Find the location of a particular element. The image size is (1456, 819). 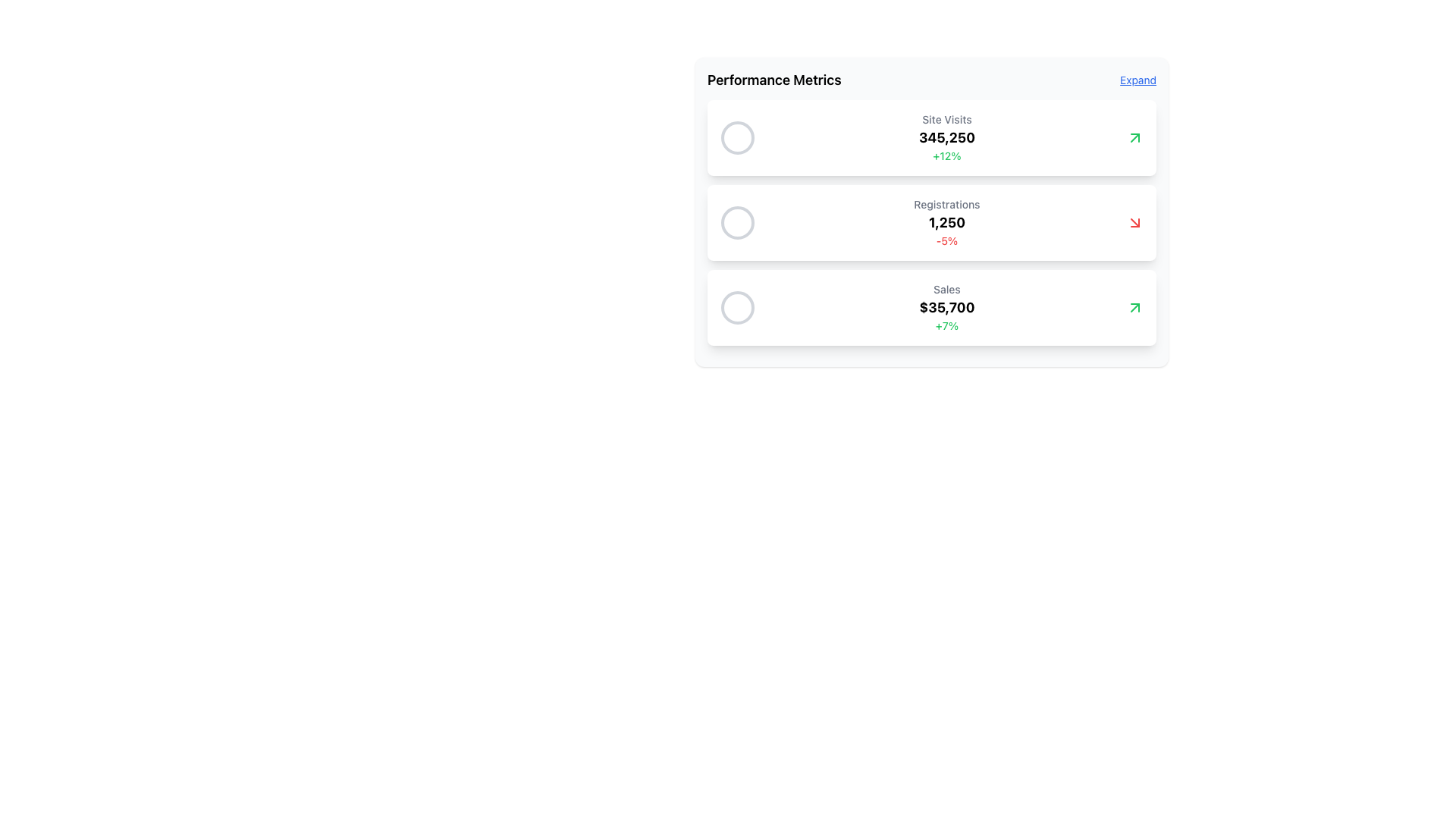

the downward-right red arrow icon located at the right margin of the second row in the card layout, adjacent to the '-5%' text indicating a negative trend is located at coordinates (1135, 222).